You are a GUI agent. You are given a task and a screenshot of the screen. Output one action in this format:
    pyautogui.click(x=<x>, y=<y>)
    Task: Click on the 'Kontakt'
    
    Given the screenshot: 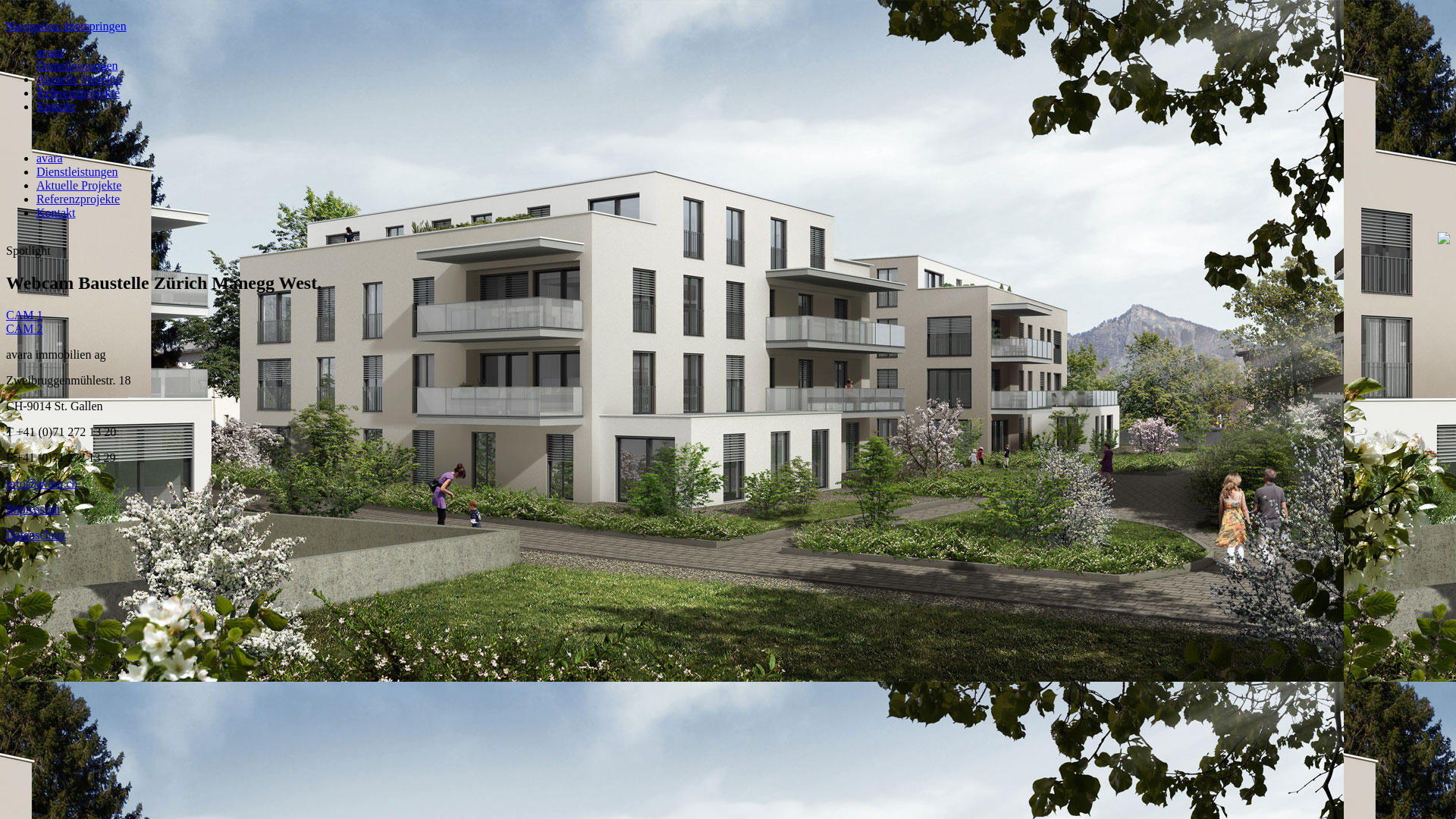 What is the action you would take?
    pyautogui.click(x=55, y=105)
    